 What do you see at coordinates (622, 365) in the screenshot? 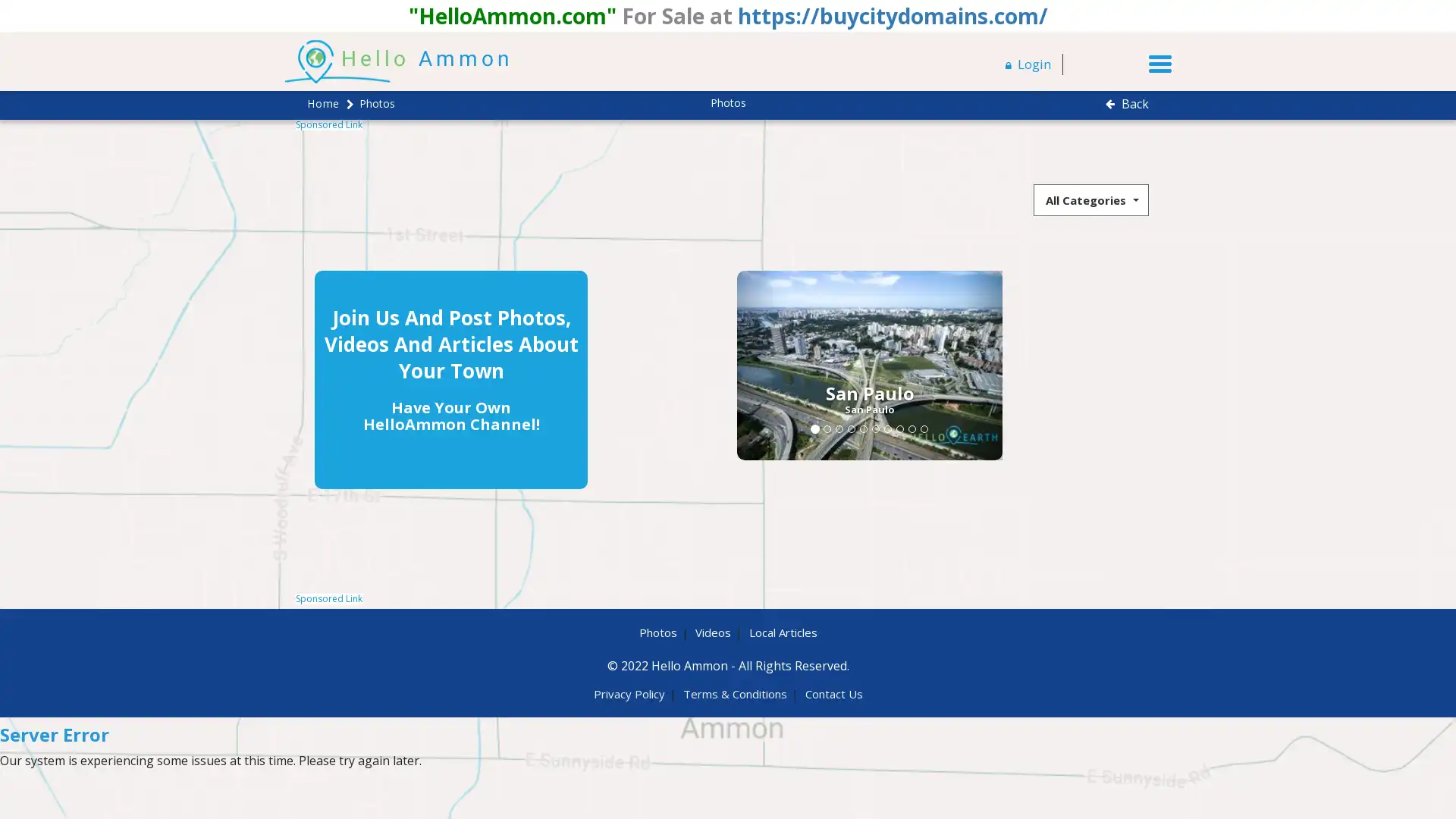
I see `Previous` at bounding box center [622, 365].